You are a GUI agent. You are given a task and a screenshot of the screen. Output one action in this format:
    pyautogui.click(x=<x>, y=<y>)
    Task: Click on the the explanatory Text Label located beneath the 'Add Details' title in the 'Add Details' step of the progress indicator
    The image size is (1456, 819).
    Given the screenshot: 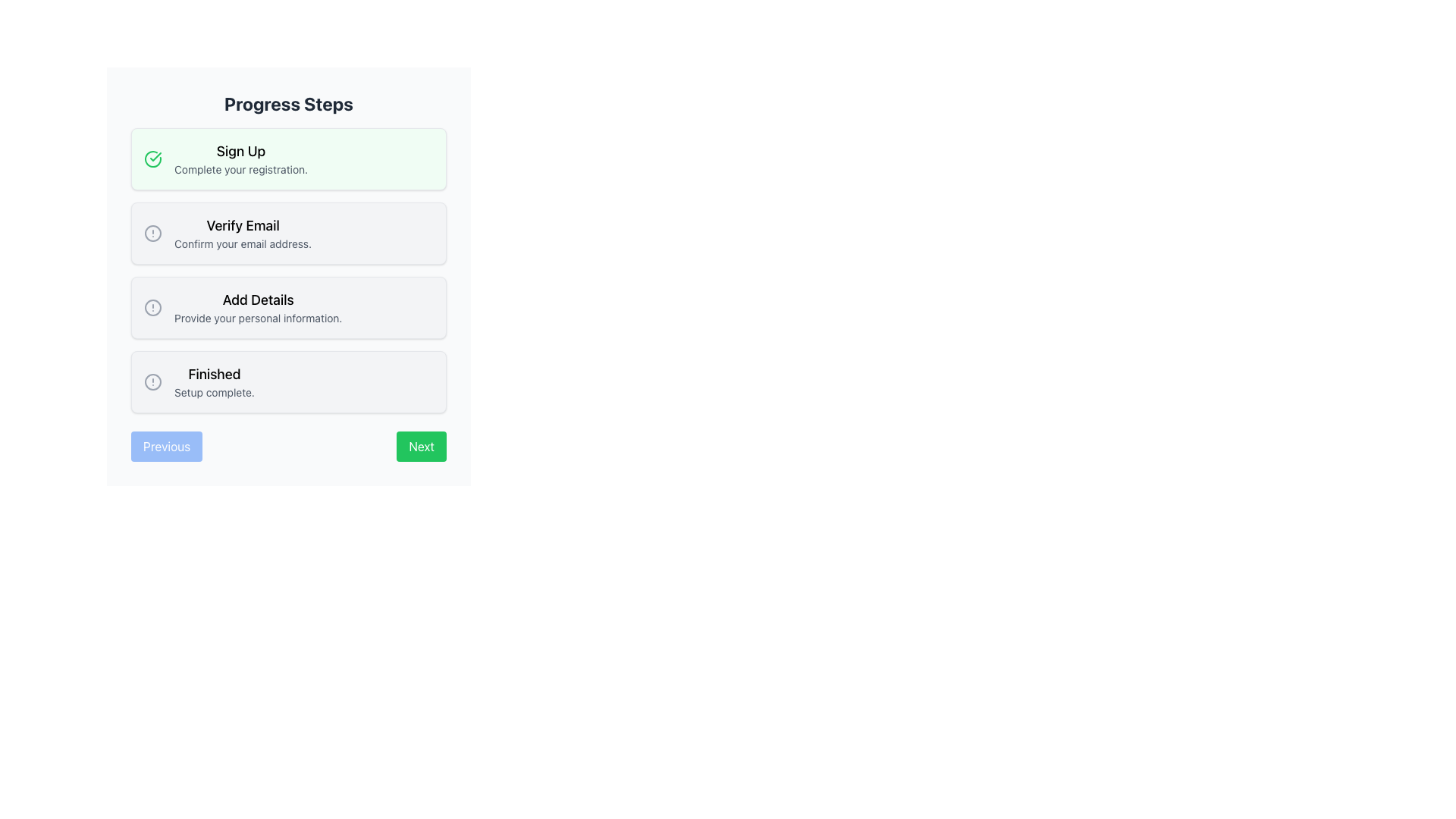 What is the action you would take?
    pyautogui.click(x=258, y=318)
    